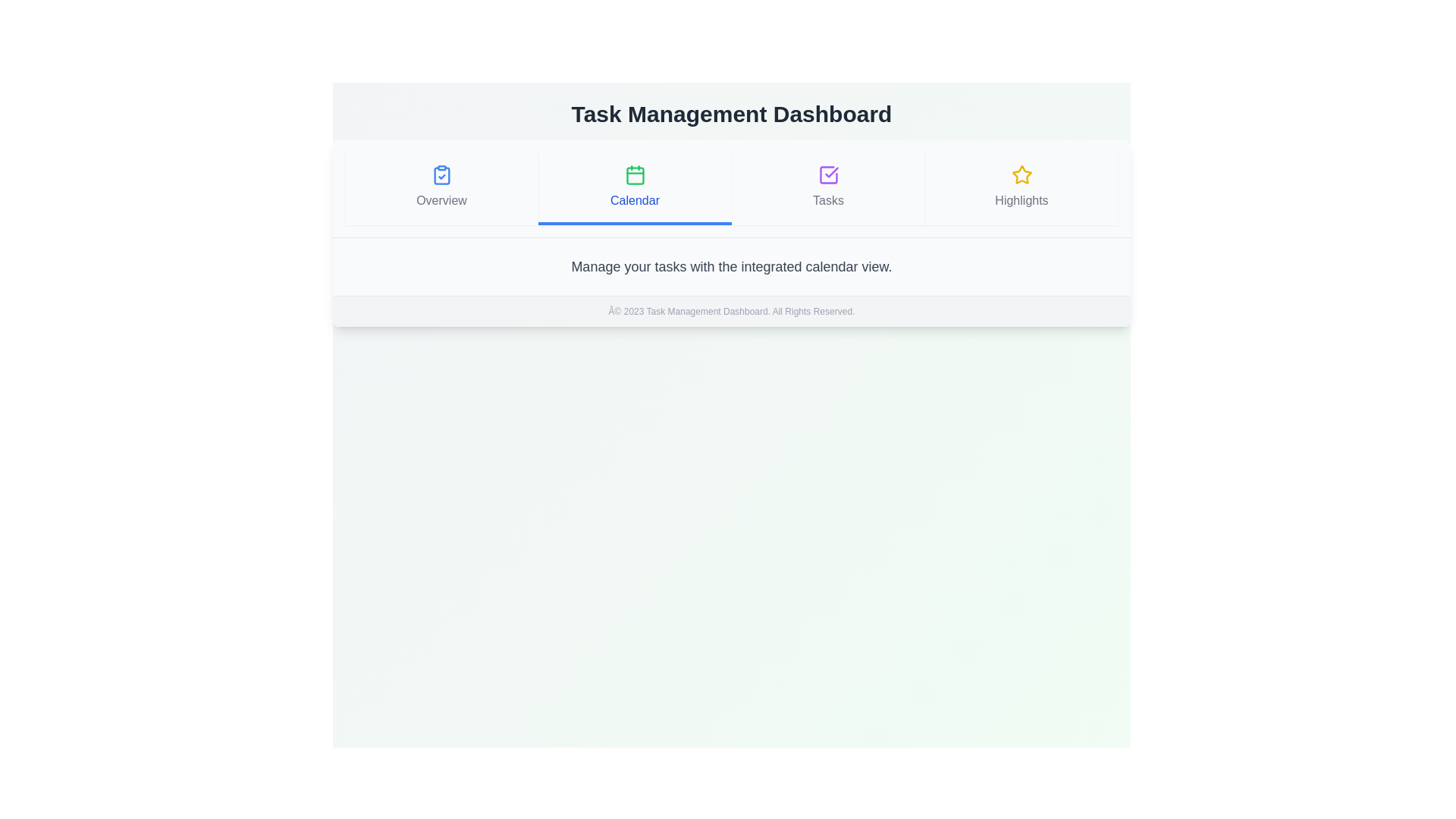 The image size is (1456, 819). What do you see at coordinates (635, 188) in the screenshot?
I see `the 'Calendar' button, which features a green calendar icon and blue text with an underline` at bounding box center [635, 188].